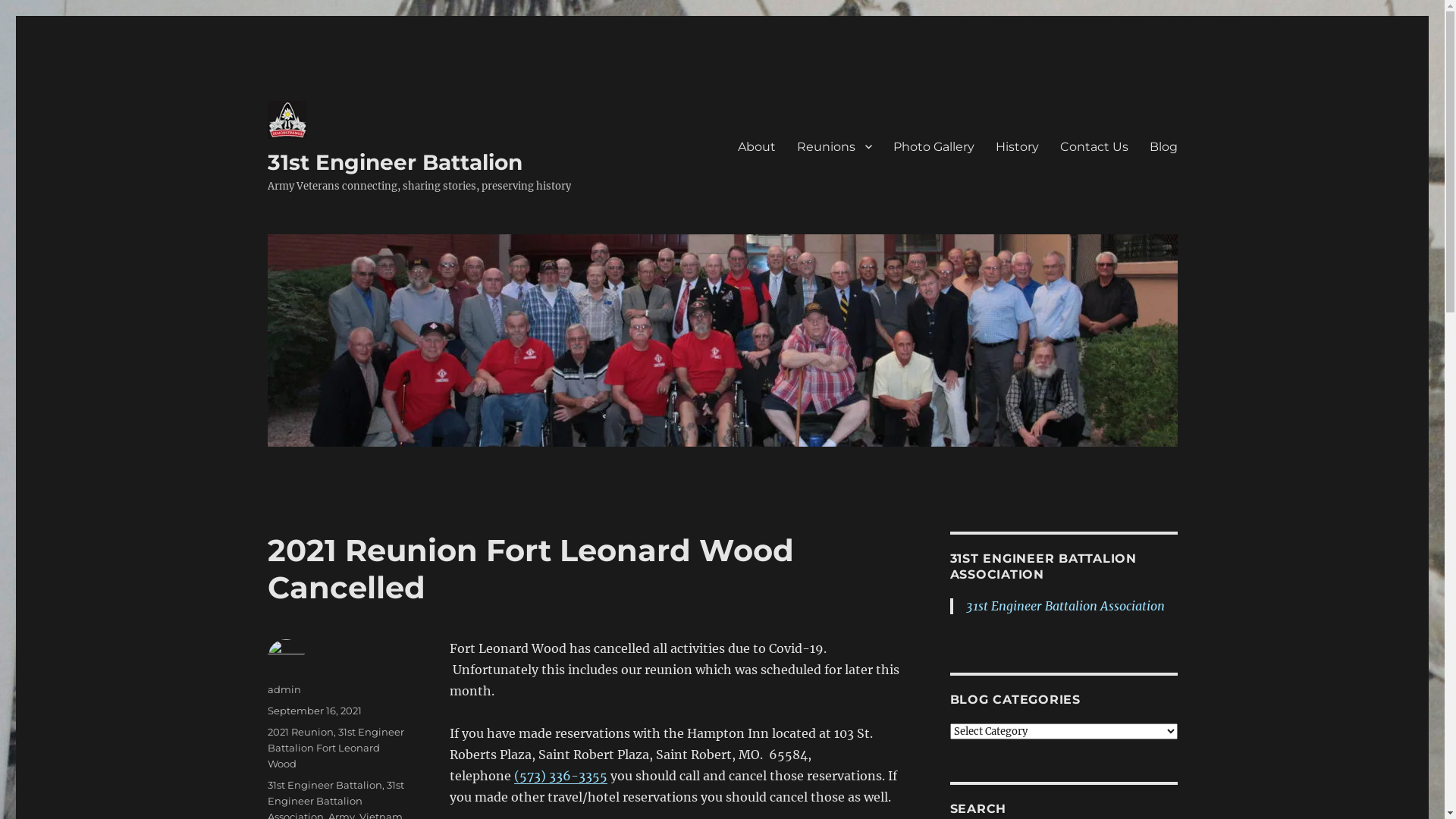  What do you see at coordinates (1163, 146) in the screenshot?
I see `'Blog'` at bounding box center [1163, 146].